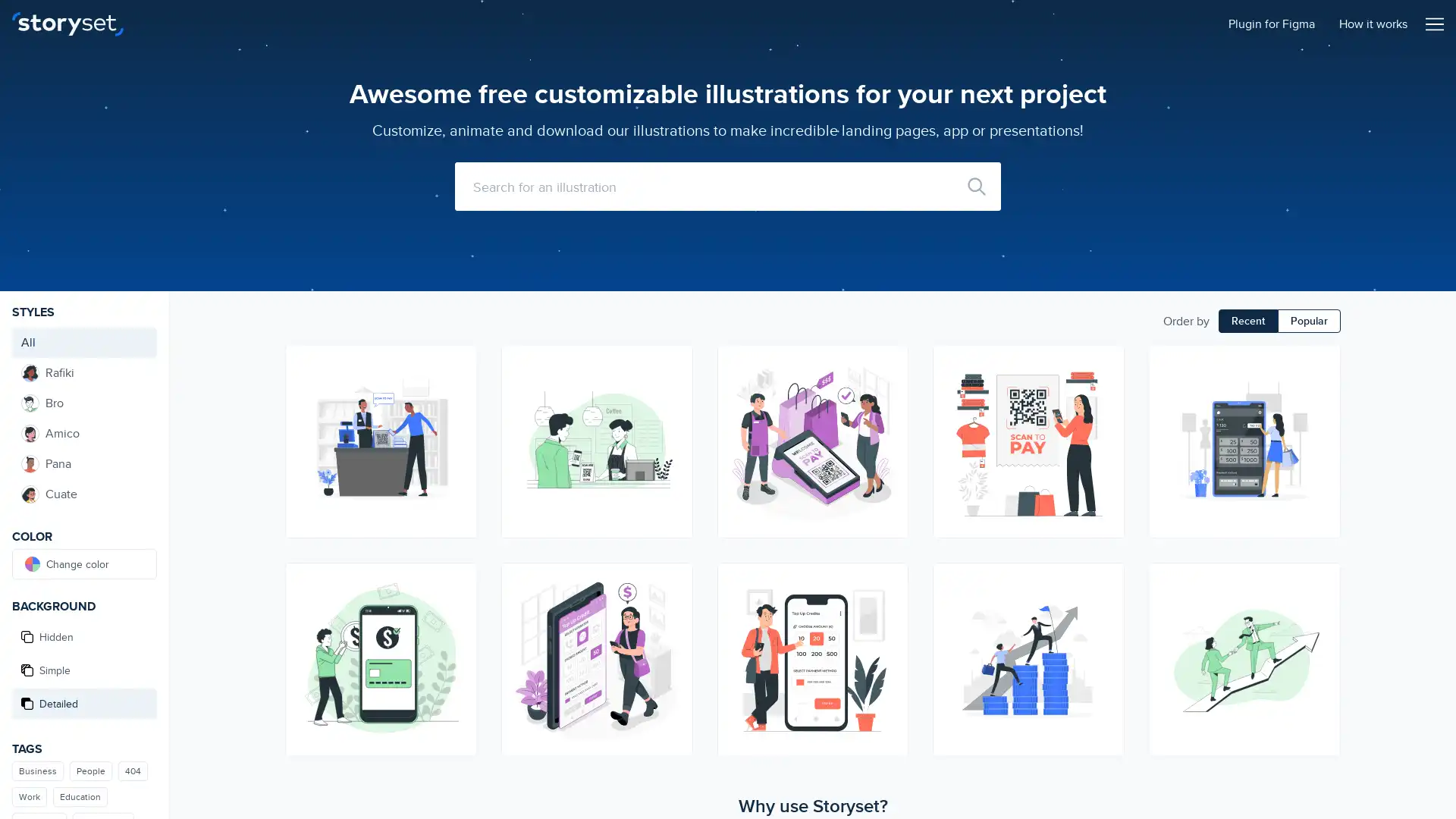 The image size is (1456, 819). I want to click on wand icon Animate, so click(889, 580).